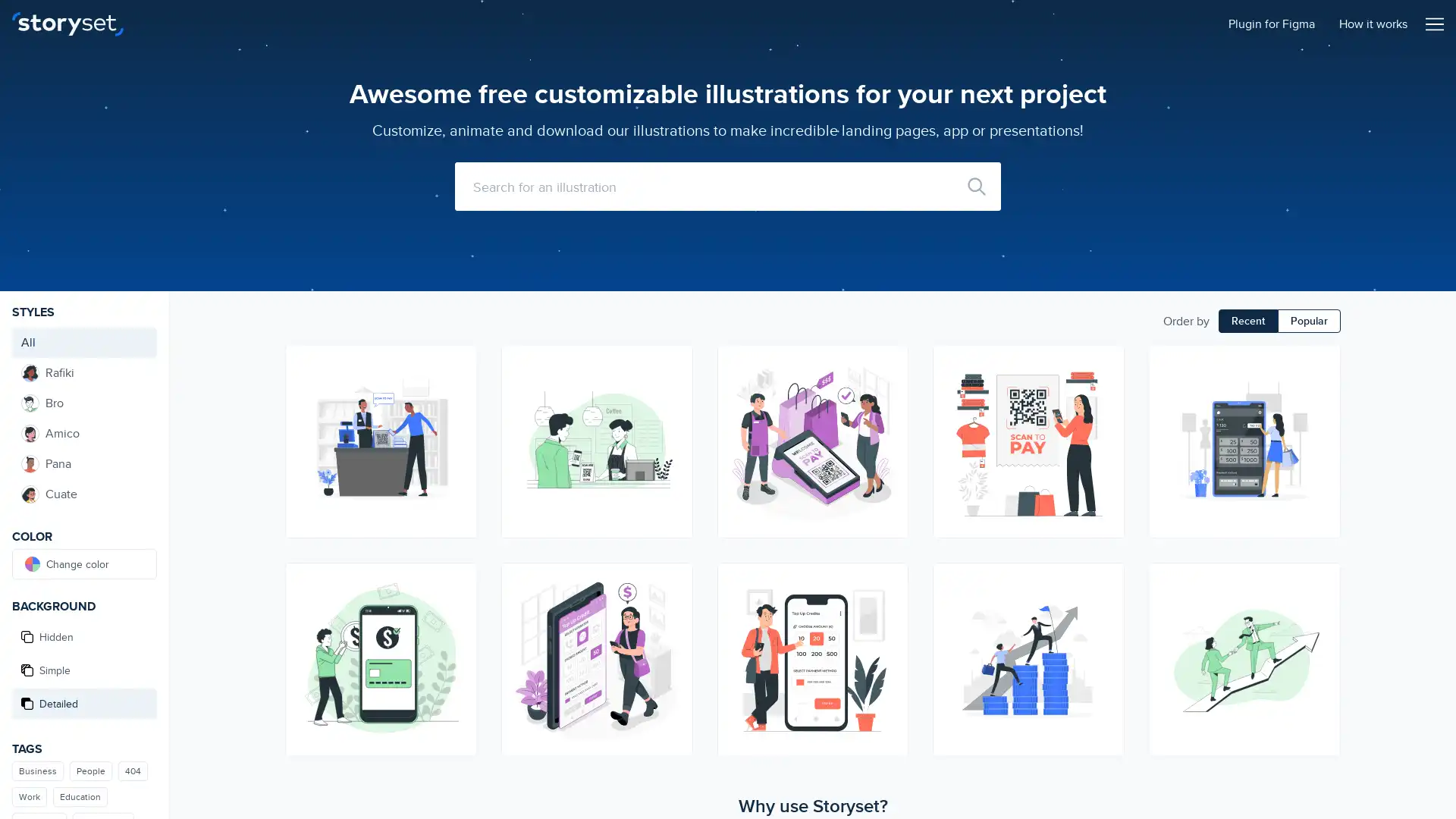 The image size is (1456, 819). I want to click on wand icon Animate, so click(889, 580).